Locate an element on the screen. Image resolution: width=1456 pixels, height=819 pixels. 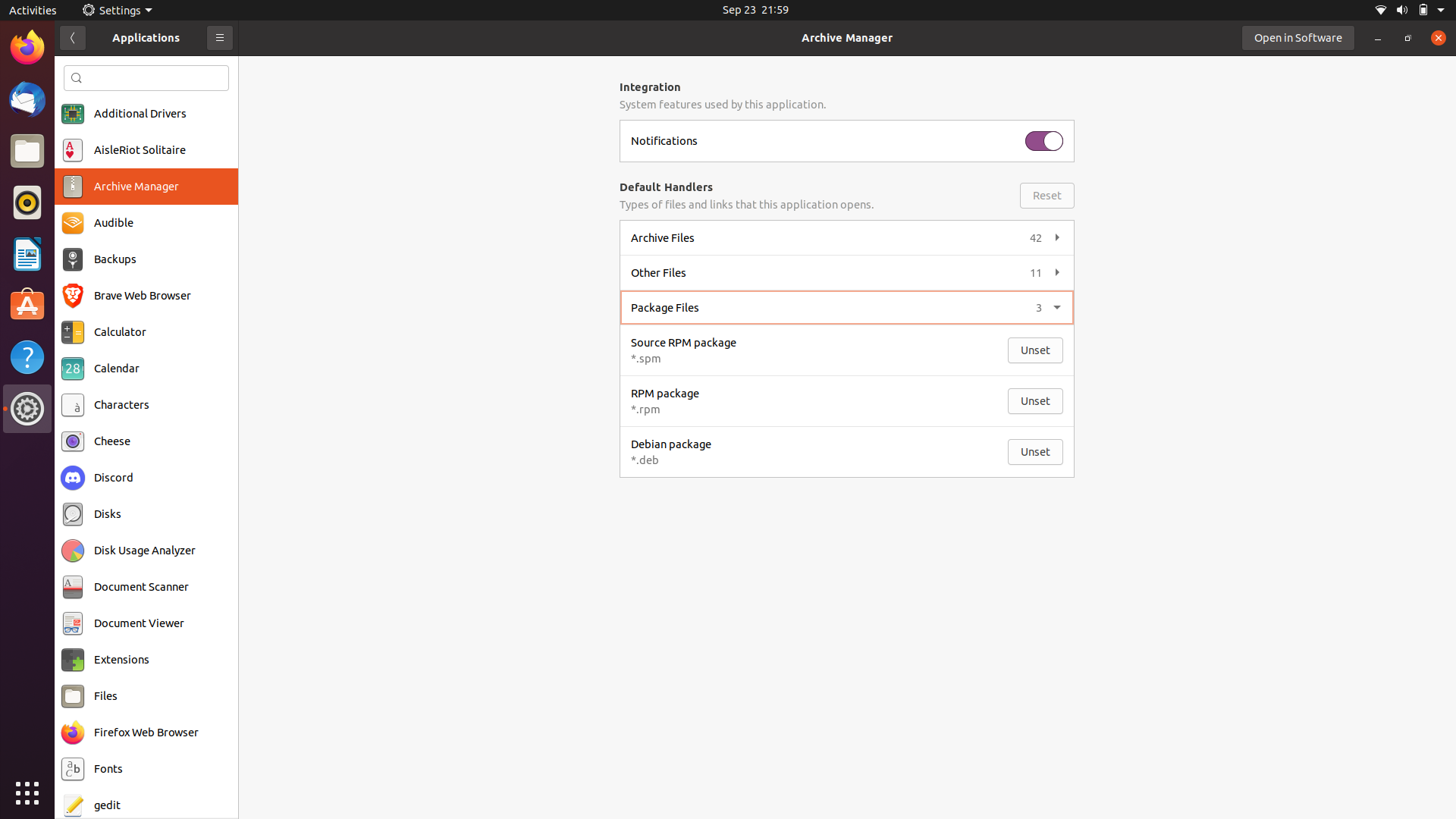
Use the search bar to retrieve files is located at coordinates (146, 77).